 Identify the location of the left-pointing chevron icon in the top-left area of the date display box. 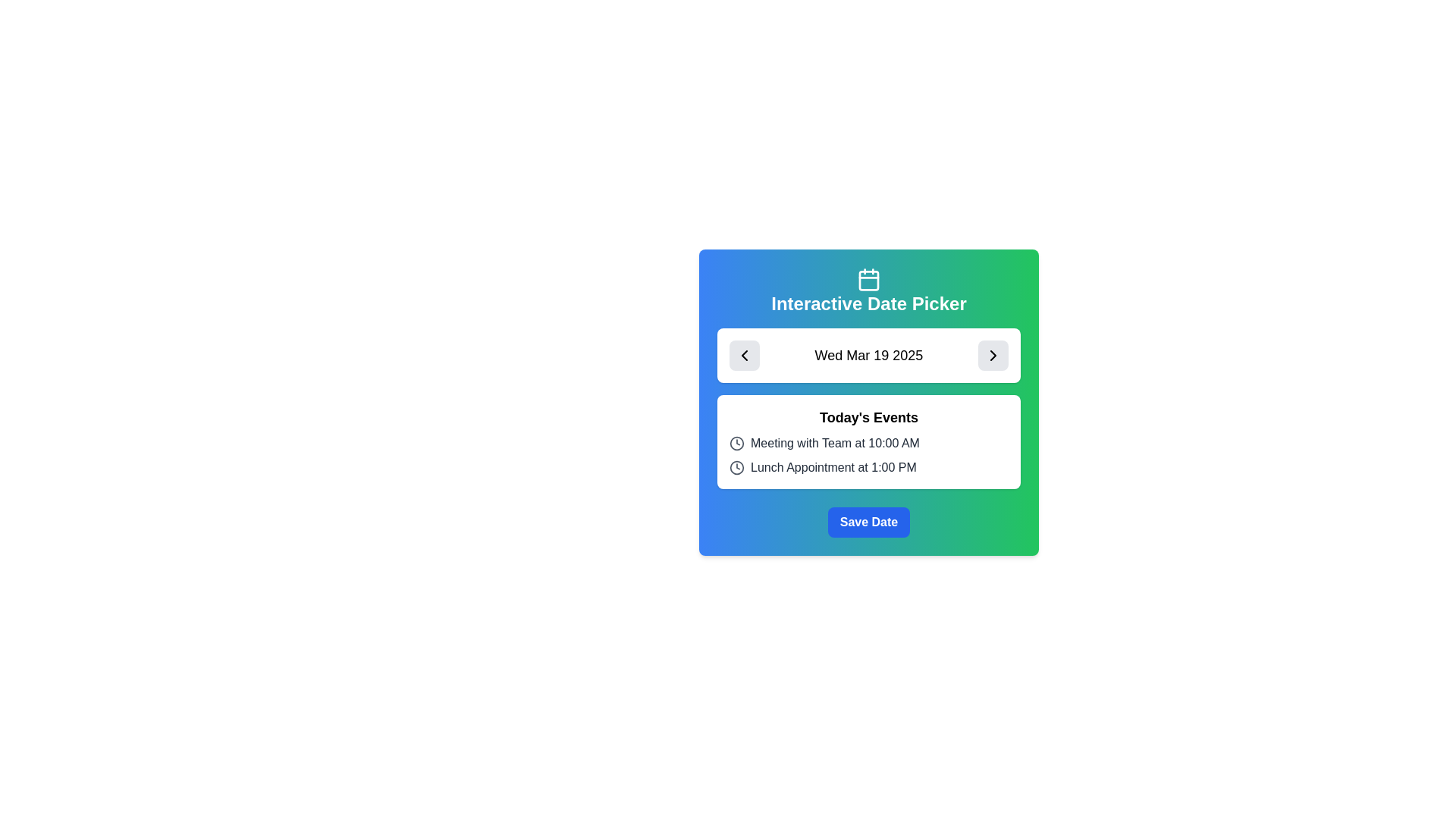
(745, 356).